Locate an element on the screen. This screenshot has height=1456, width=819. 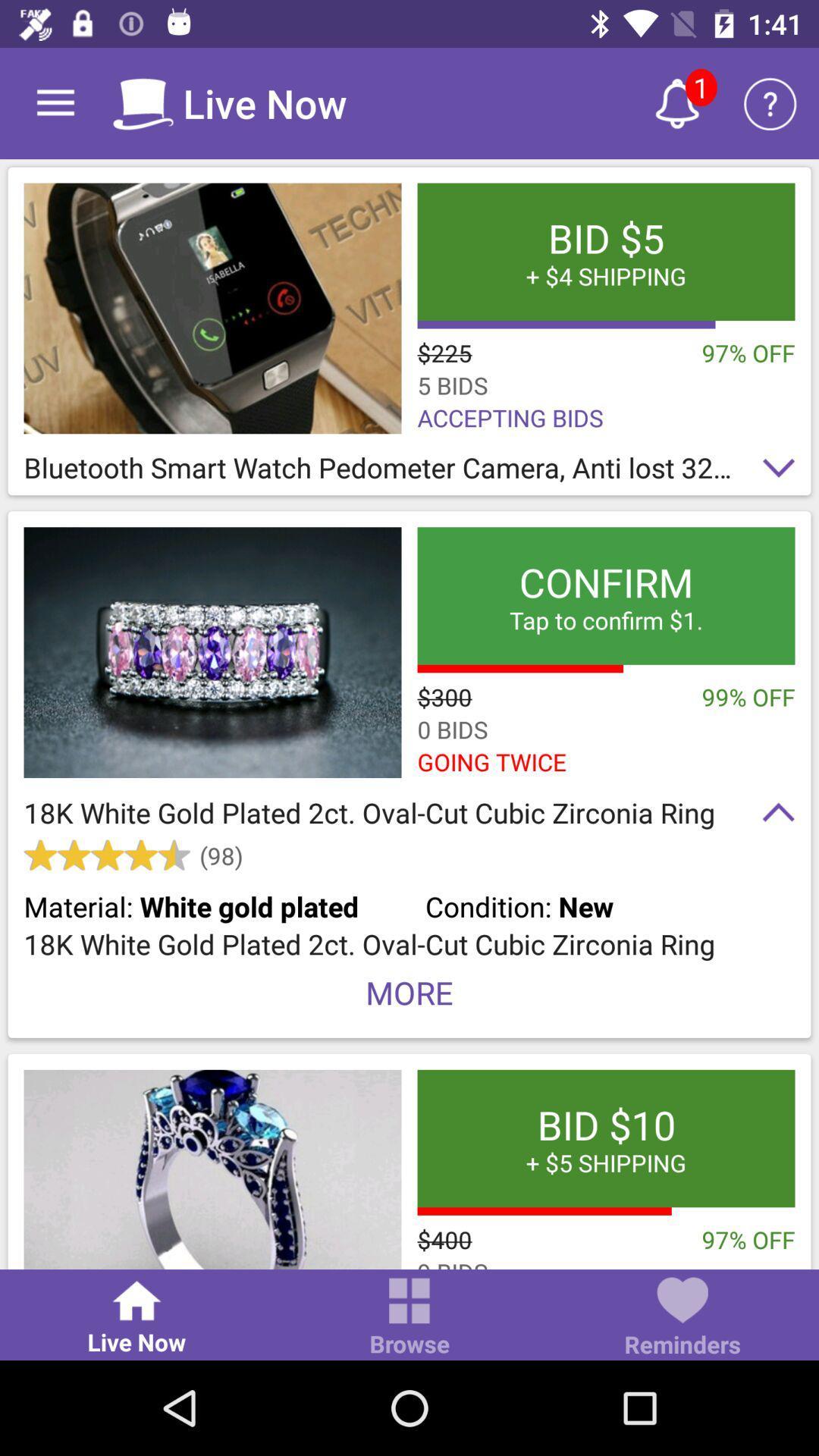
the item to the right of the live now icon is located at coordinates (409, 1317).